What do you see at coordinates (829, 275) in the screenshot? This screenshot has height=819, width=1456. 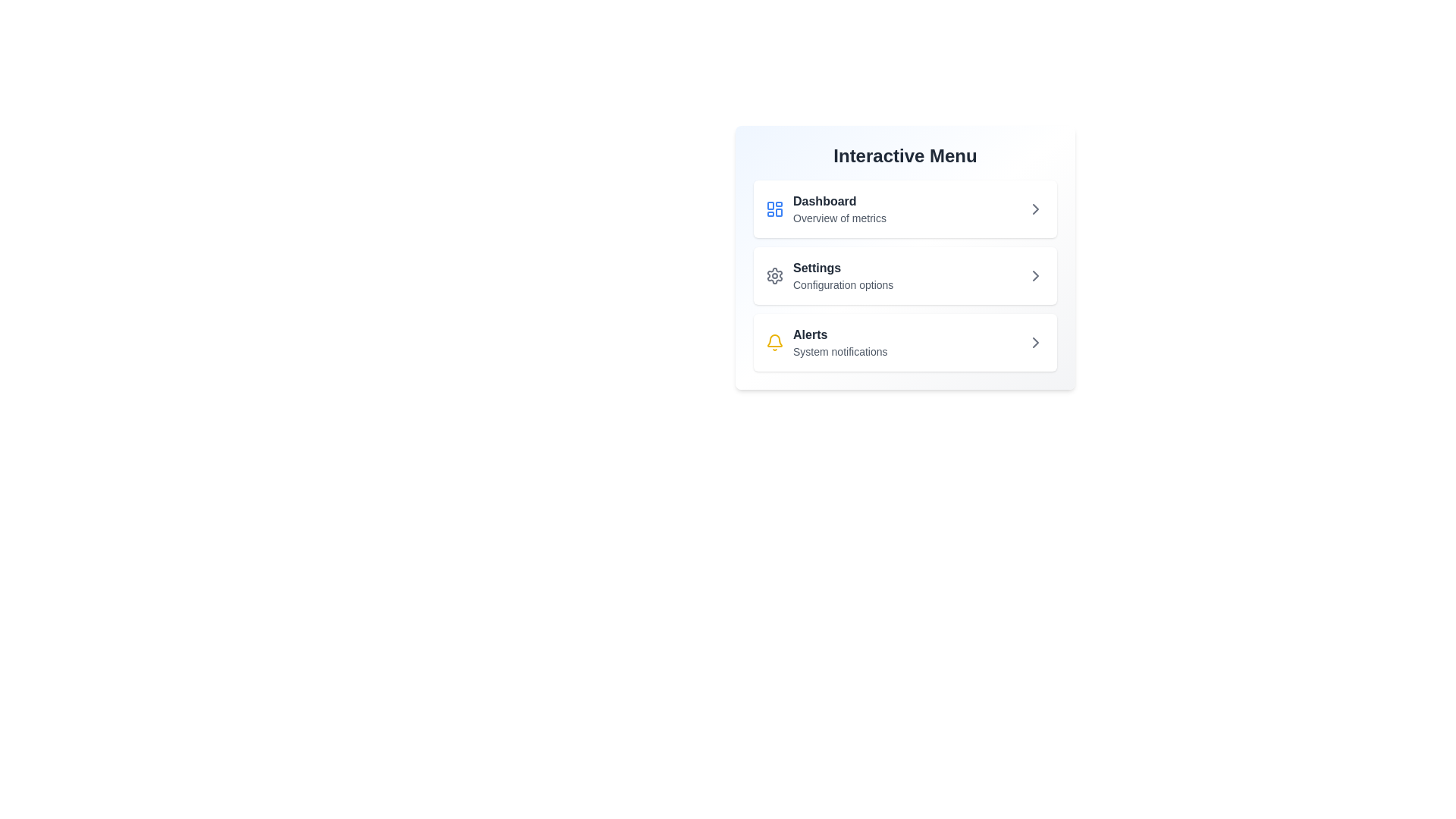 I see `the Navigation link labeled 'Settings' with a gear icon` at bounding box center [829, 275].